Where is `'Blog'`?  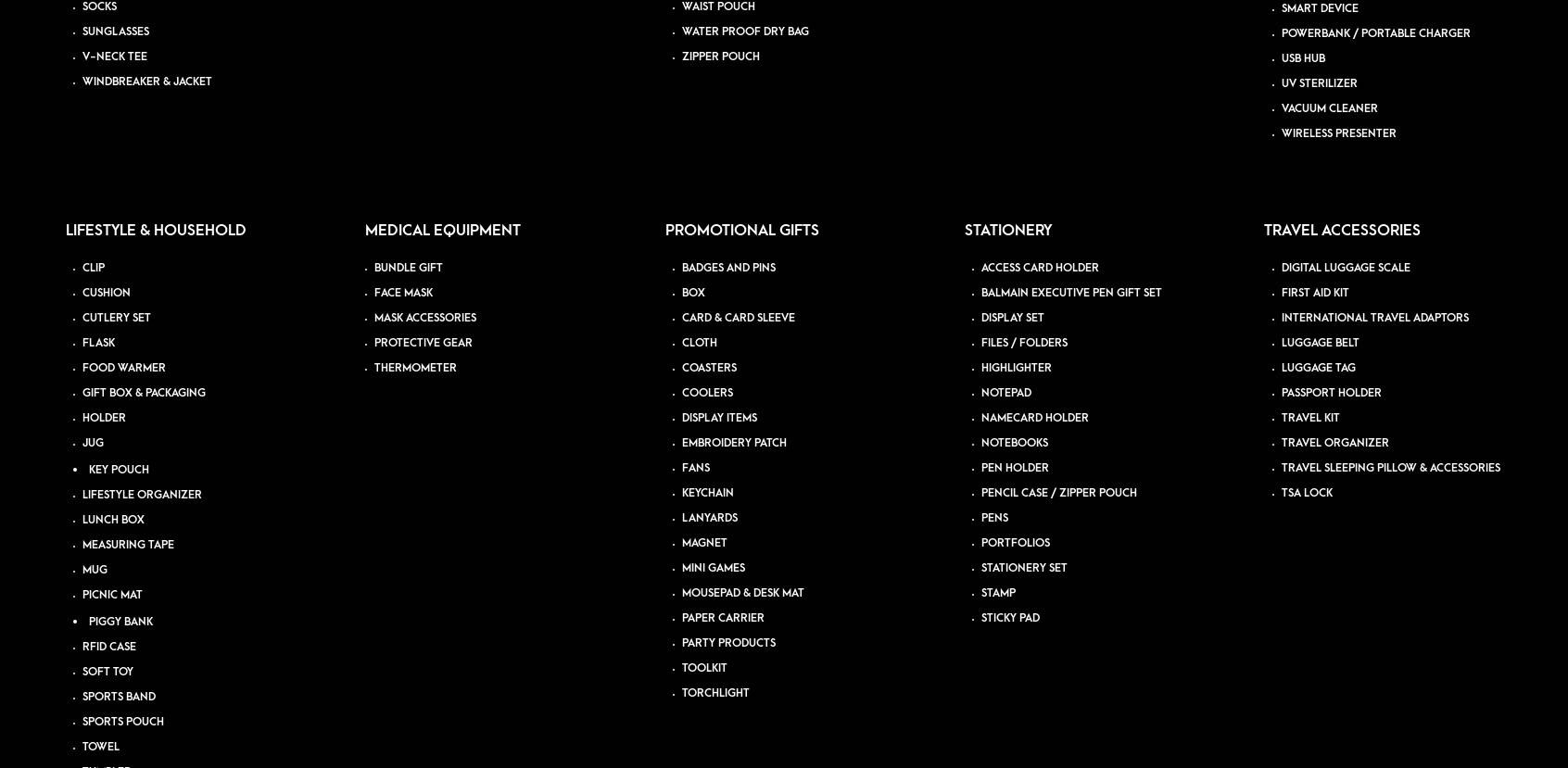 'Blog' is located at coordinates (1454, 339).